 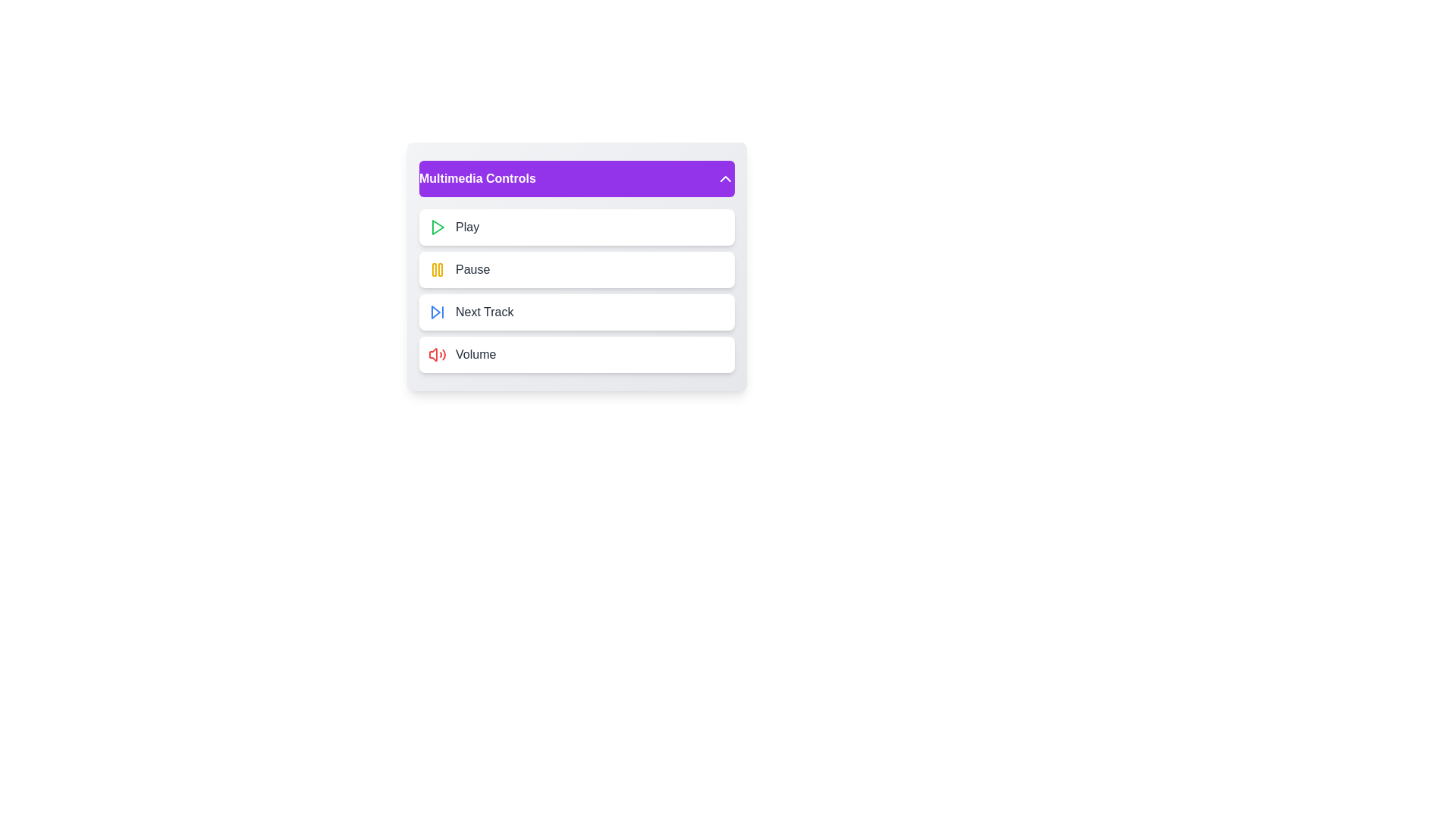 I want to click on the 'Next Track' icon located at the center of the multimedia control panel, which is the third button from the top among four control buttons, so click(x=435, y=312).